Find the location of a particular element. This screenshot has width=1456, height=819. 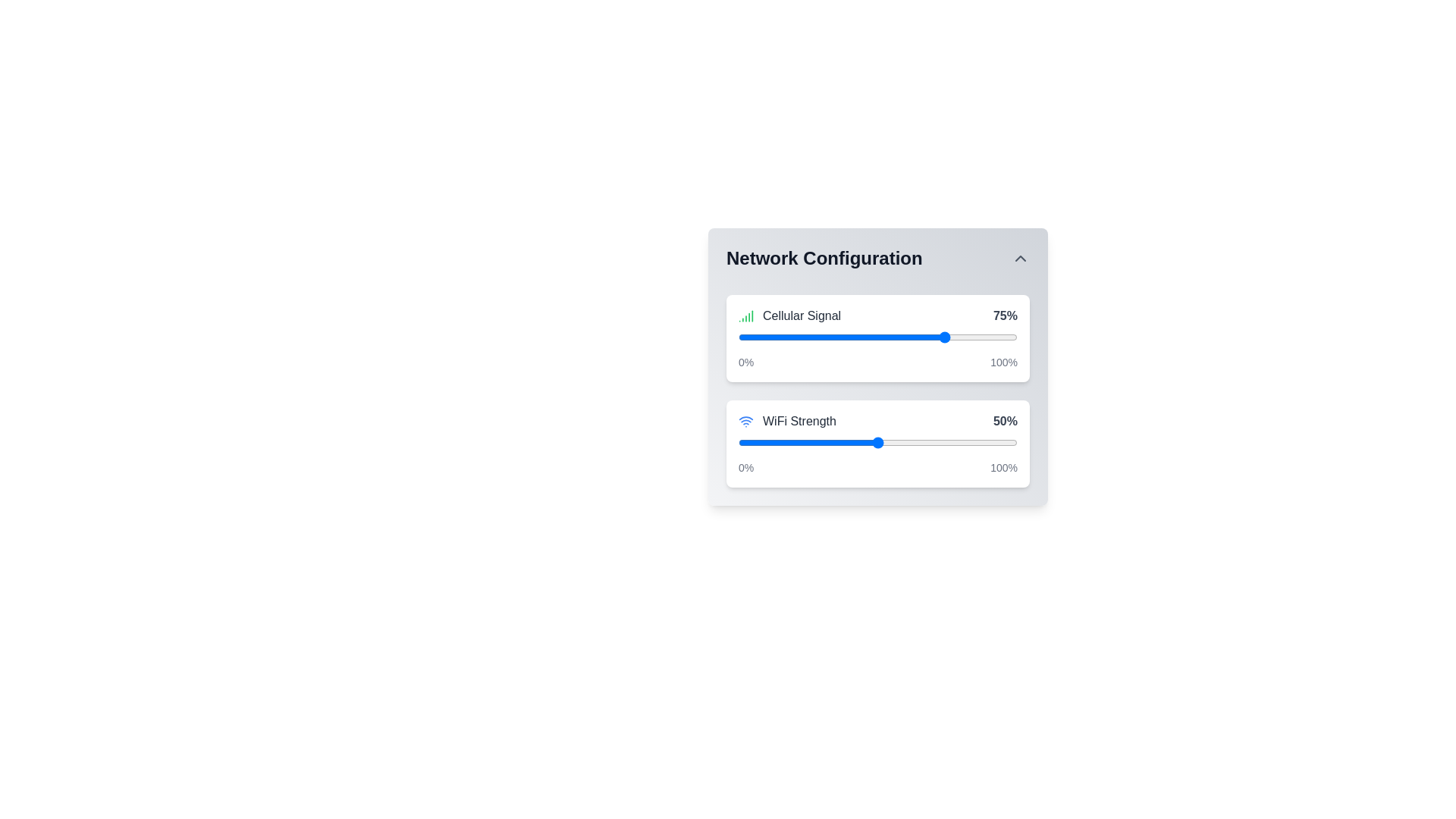

the 'Cellular Signal' text with icon, which features a green cellular signal icon and the label 'Cellular Signal' in bold dark gray font, located in the upper section of the 'Network Configuration' panel is located at coordinates (789, 315).